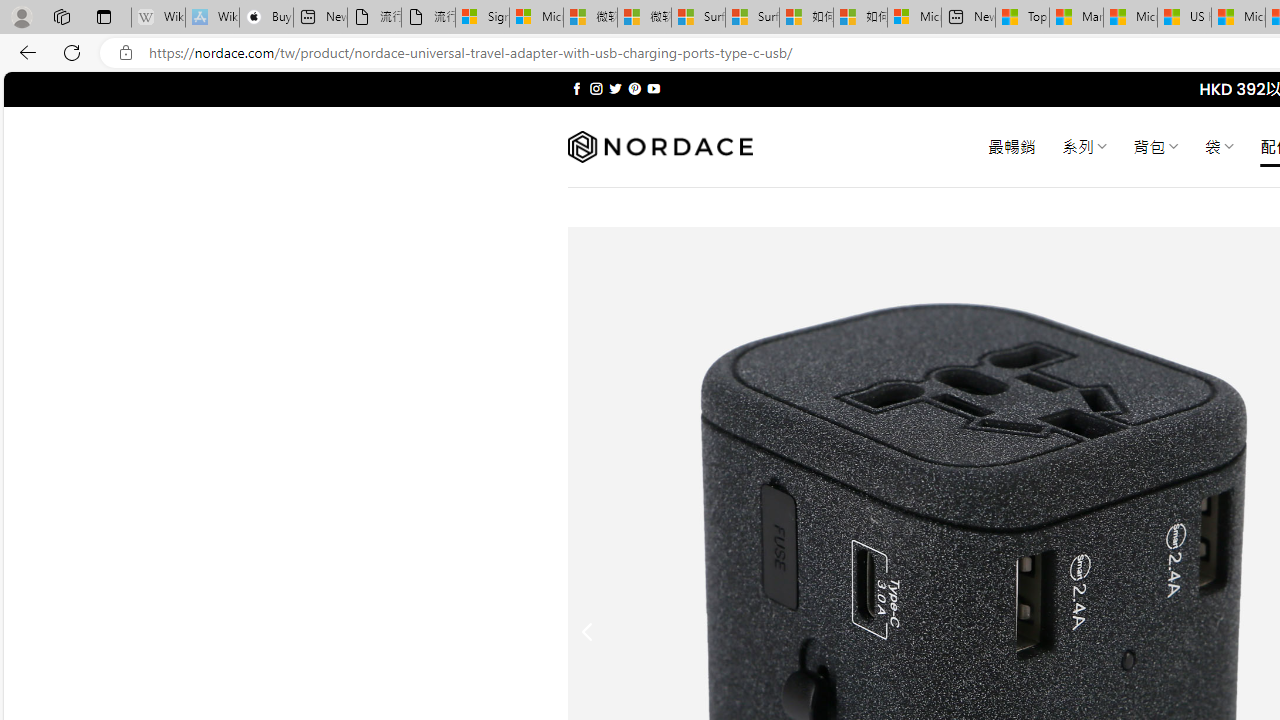 The image size is (1280, 720). What do you see at coordinates (482, 17) in the screenshot?
I see `'Sign in to your Microsoft account'` at bounding box center [482, 17].